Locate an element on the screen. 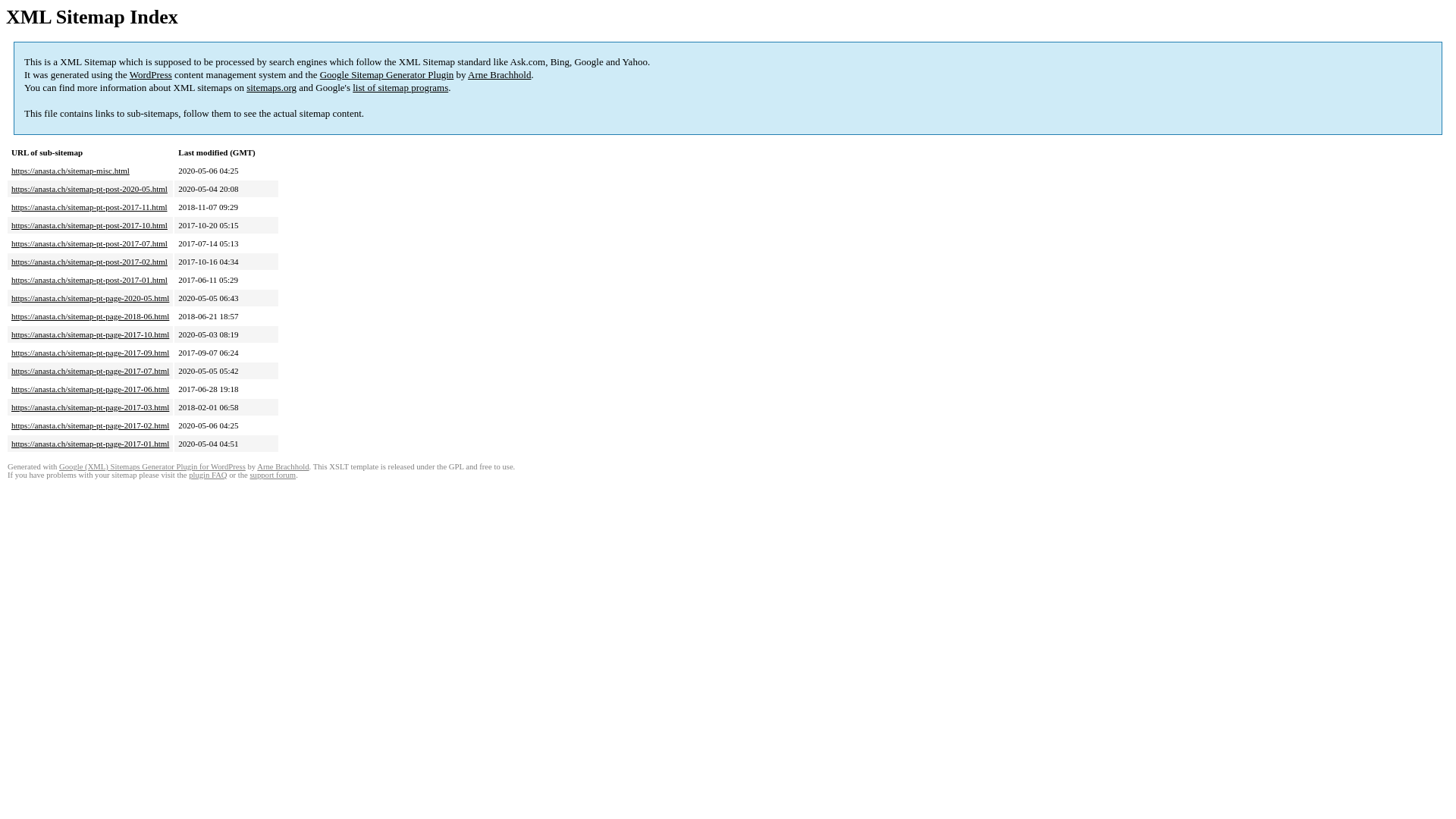 Image resolution: width=1456 pixels, height=819 pixels. 'https://anasta.ch/sitemap-pt-page-2020-05.html' is located at coordinates (89, 298).